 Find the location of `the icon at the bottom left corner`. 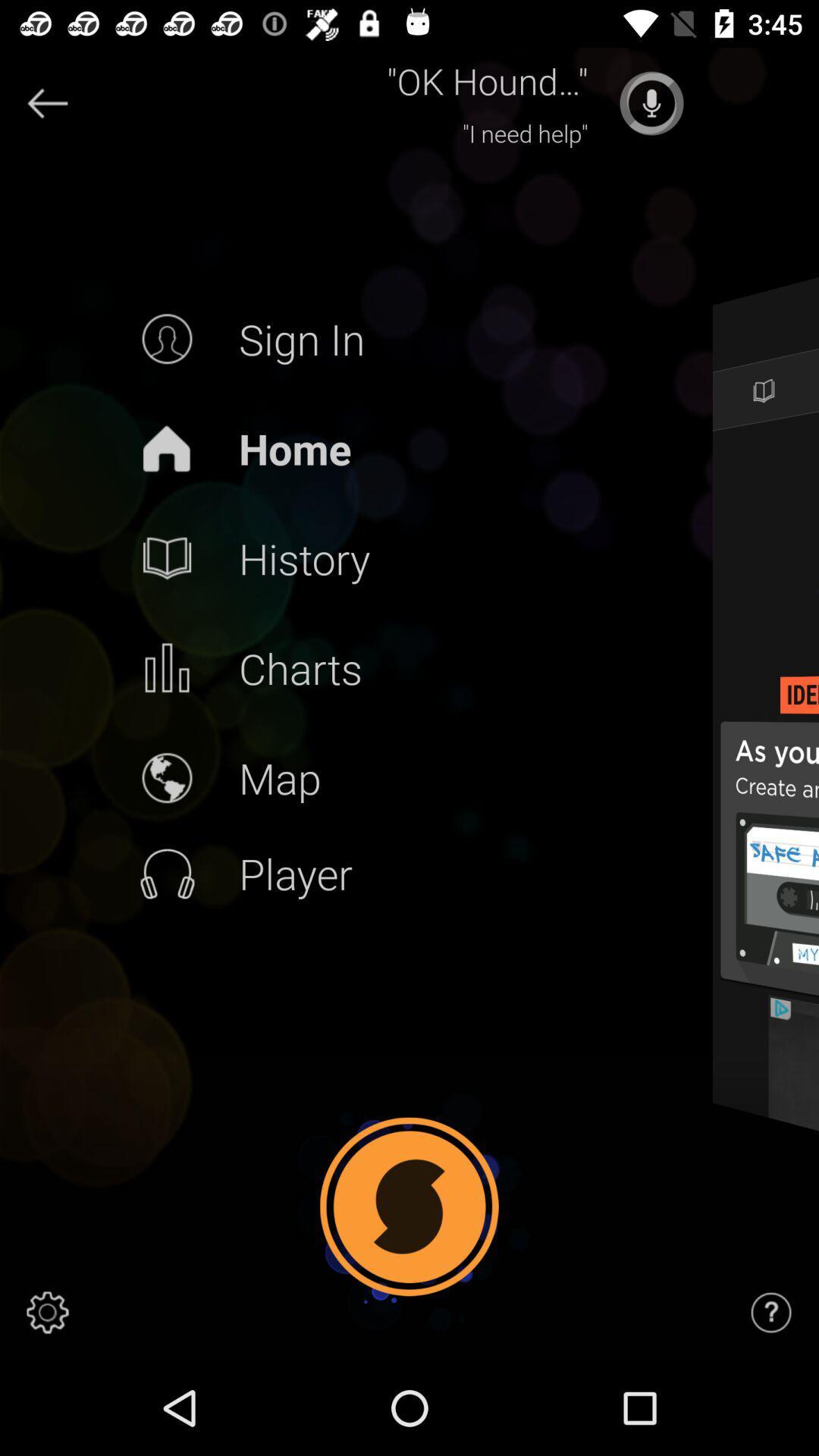

the icon at the bottom left corner is located at coordinates (46, 1312).